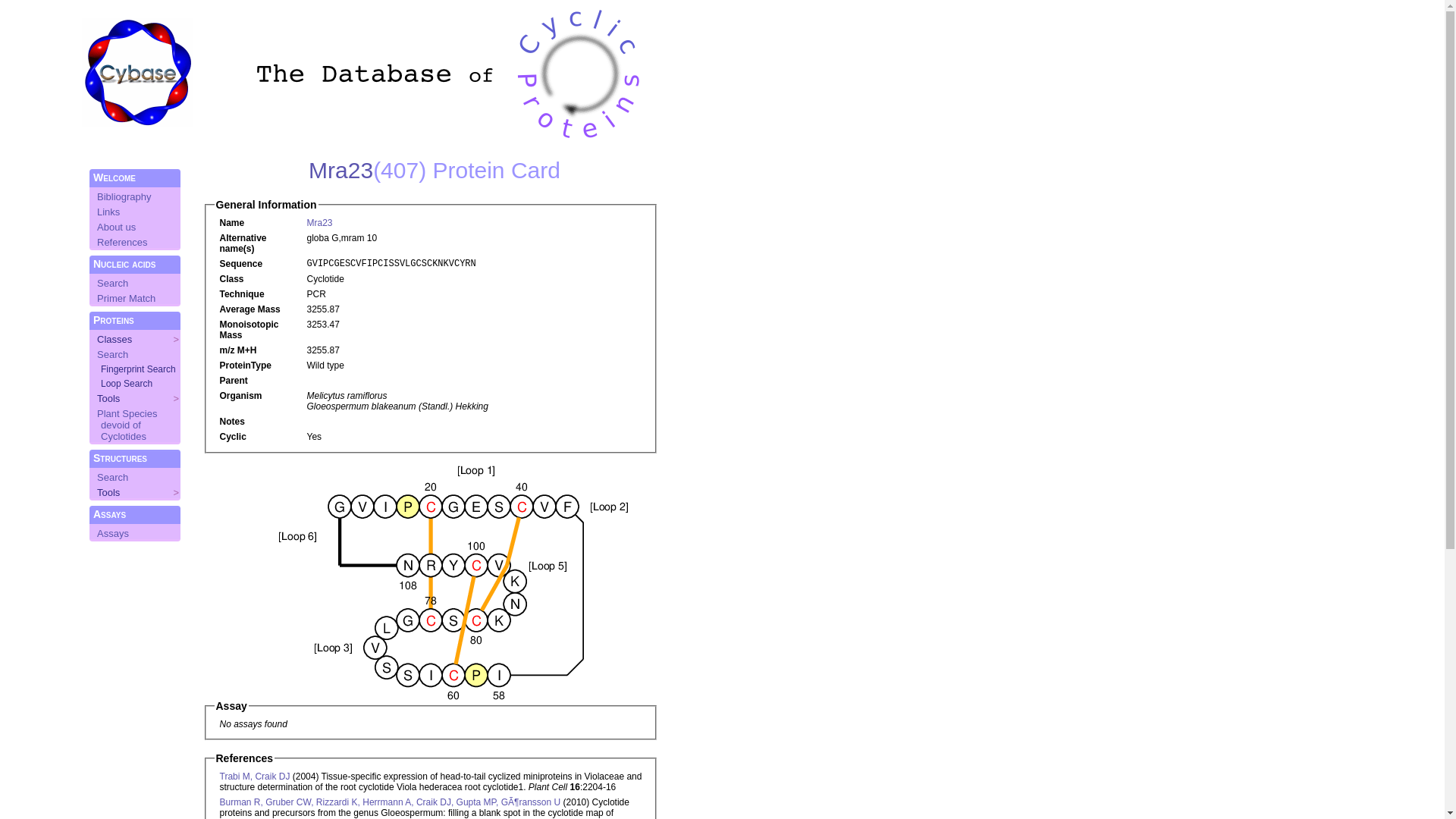 Image resolution: width=1456 pixels, height=819 pixels. What do you see at coordinates (96, 354) in the screenshot?
I see `'Search'` at bounding box center [96, 354].